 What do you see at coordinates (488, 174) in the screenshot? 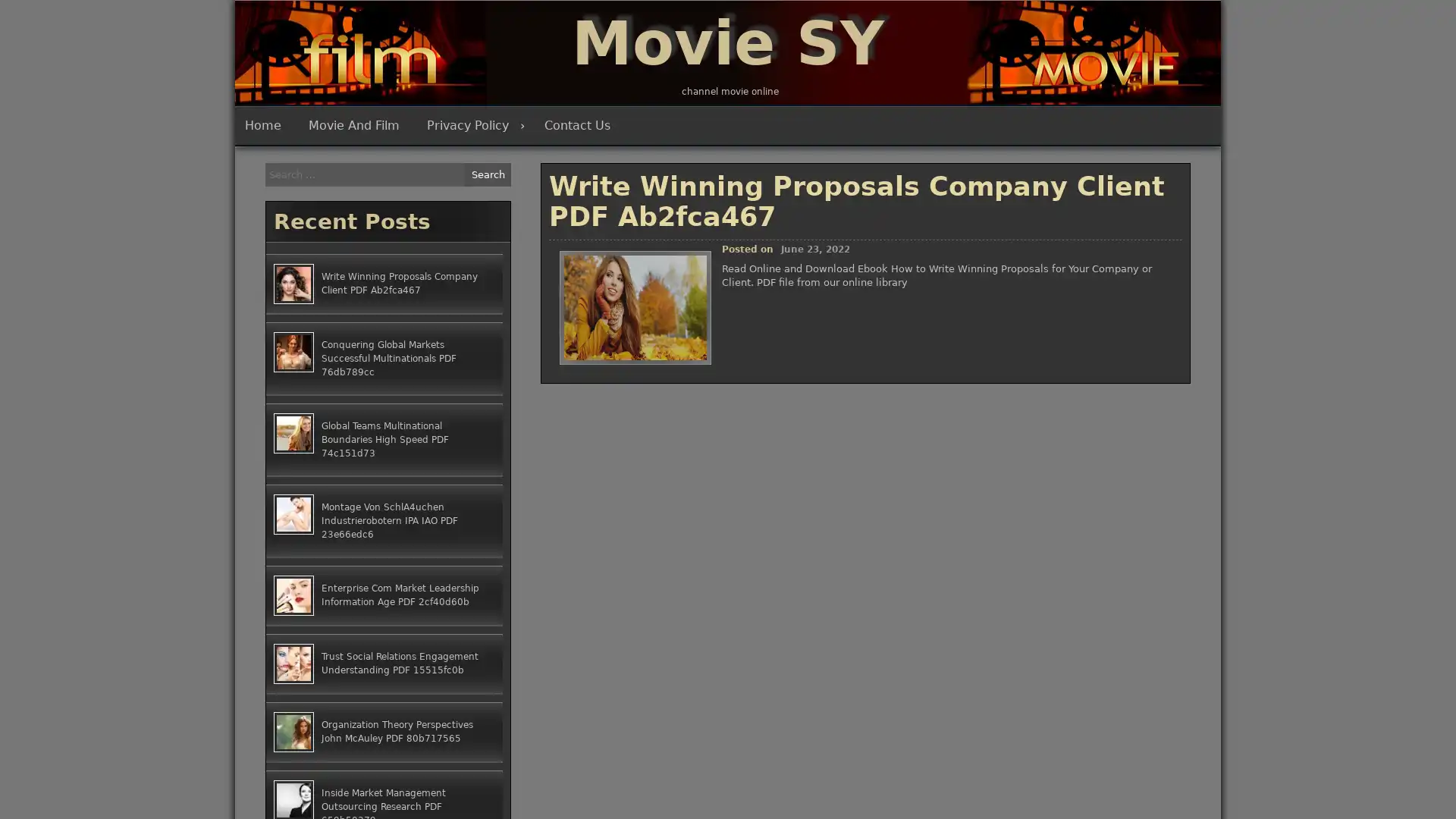
I see `Search` at bounding box center [488, 174].